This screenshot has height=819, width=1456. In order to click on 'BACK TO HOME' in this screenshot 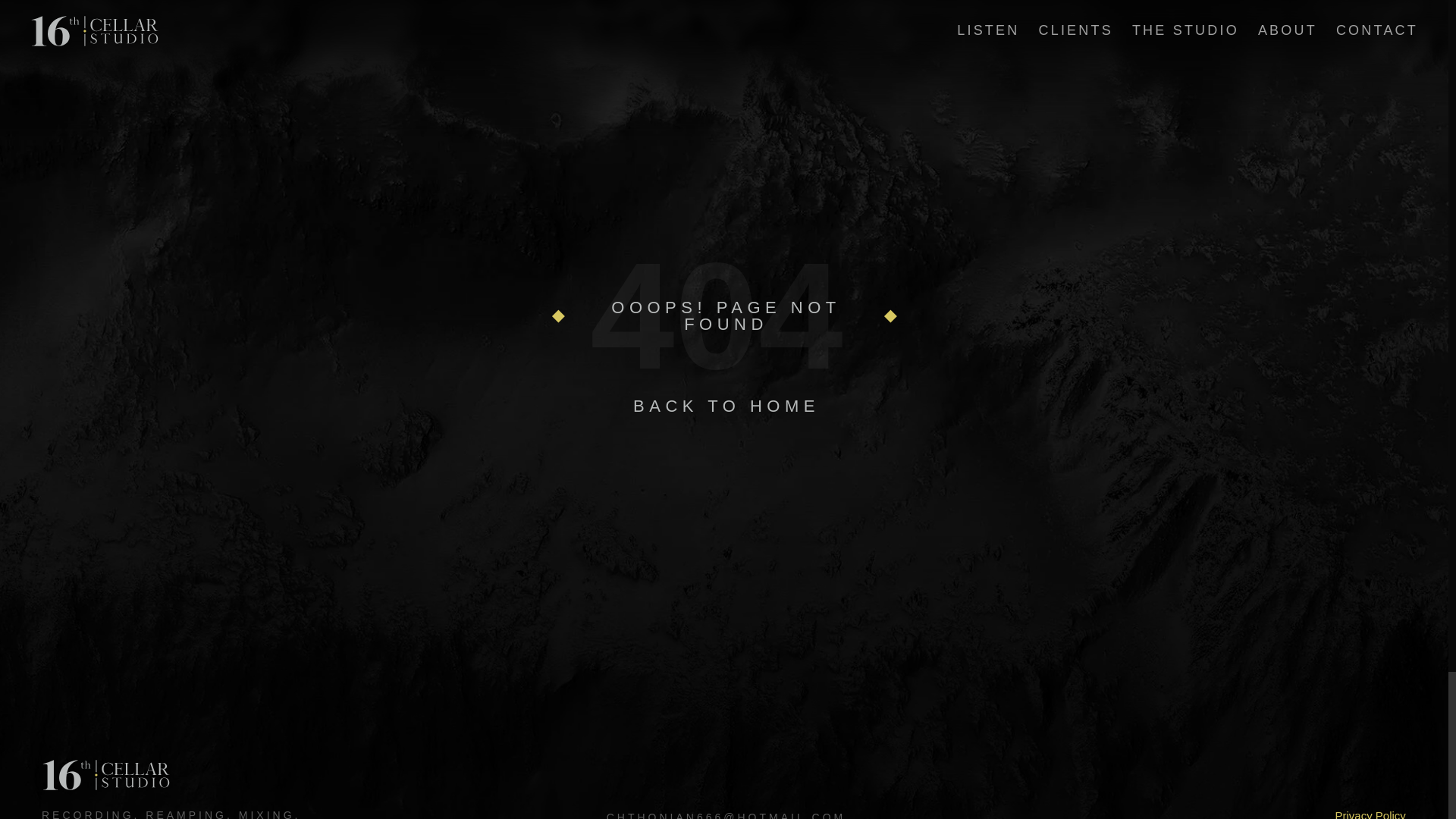, I will do `click(726, 405)`.